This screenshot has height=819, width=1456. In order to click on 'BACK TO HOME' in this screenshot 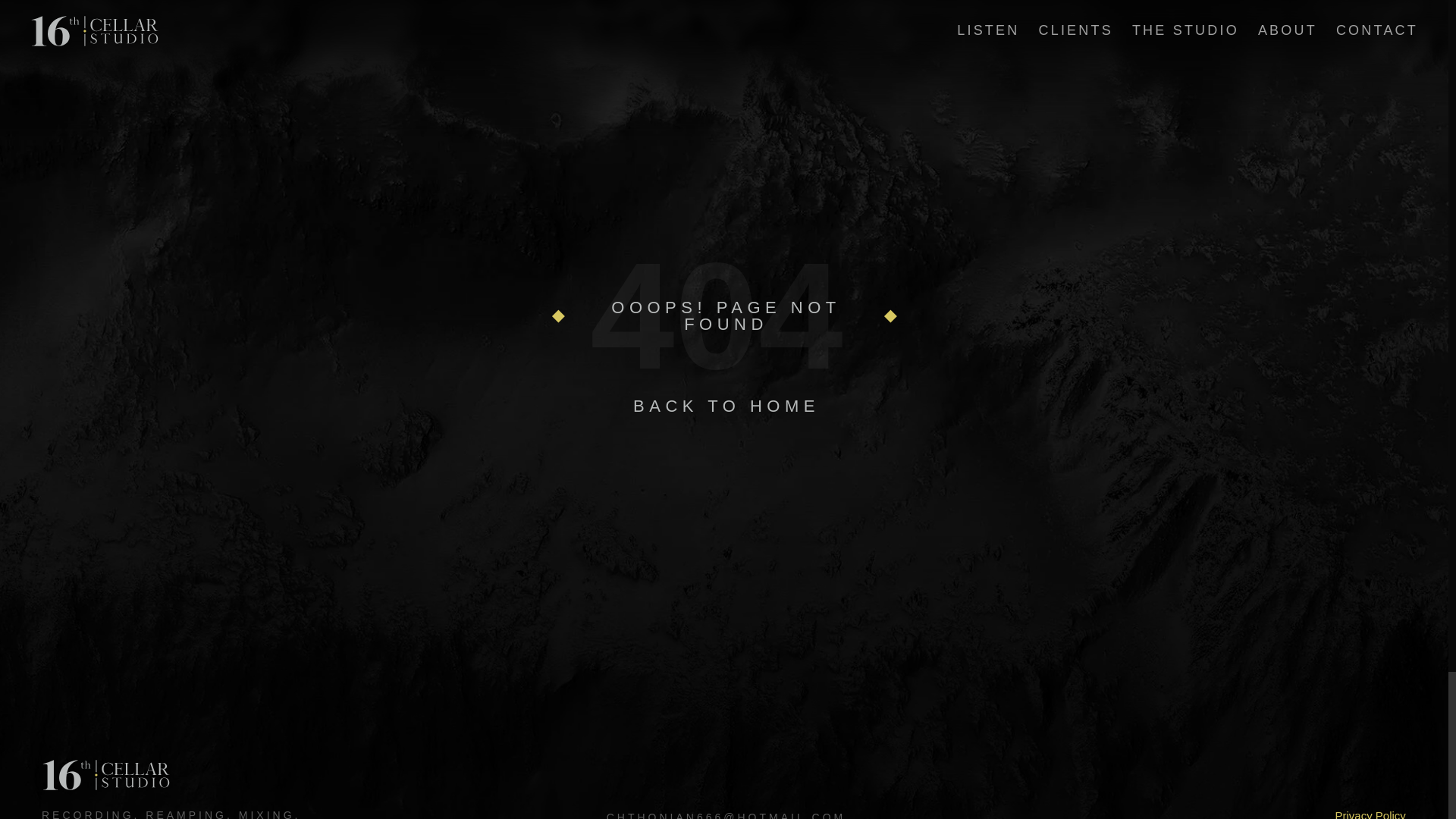, I will do `click(726, 405)`.